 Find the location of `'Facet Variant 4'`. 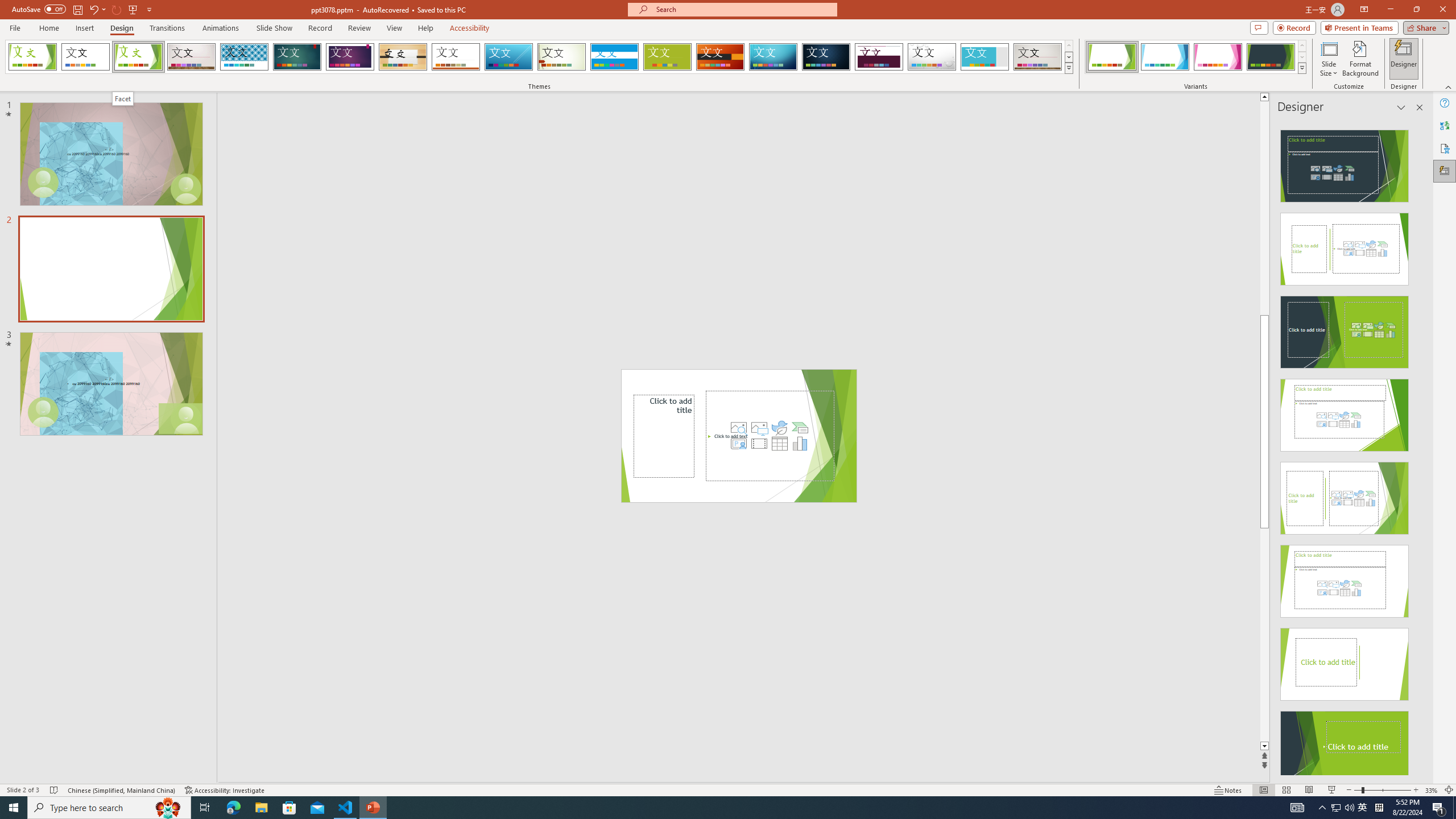

'Facet Variant 4' is located at coordinates (1270, 56).